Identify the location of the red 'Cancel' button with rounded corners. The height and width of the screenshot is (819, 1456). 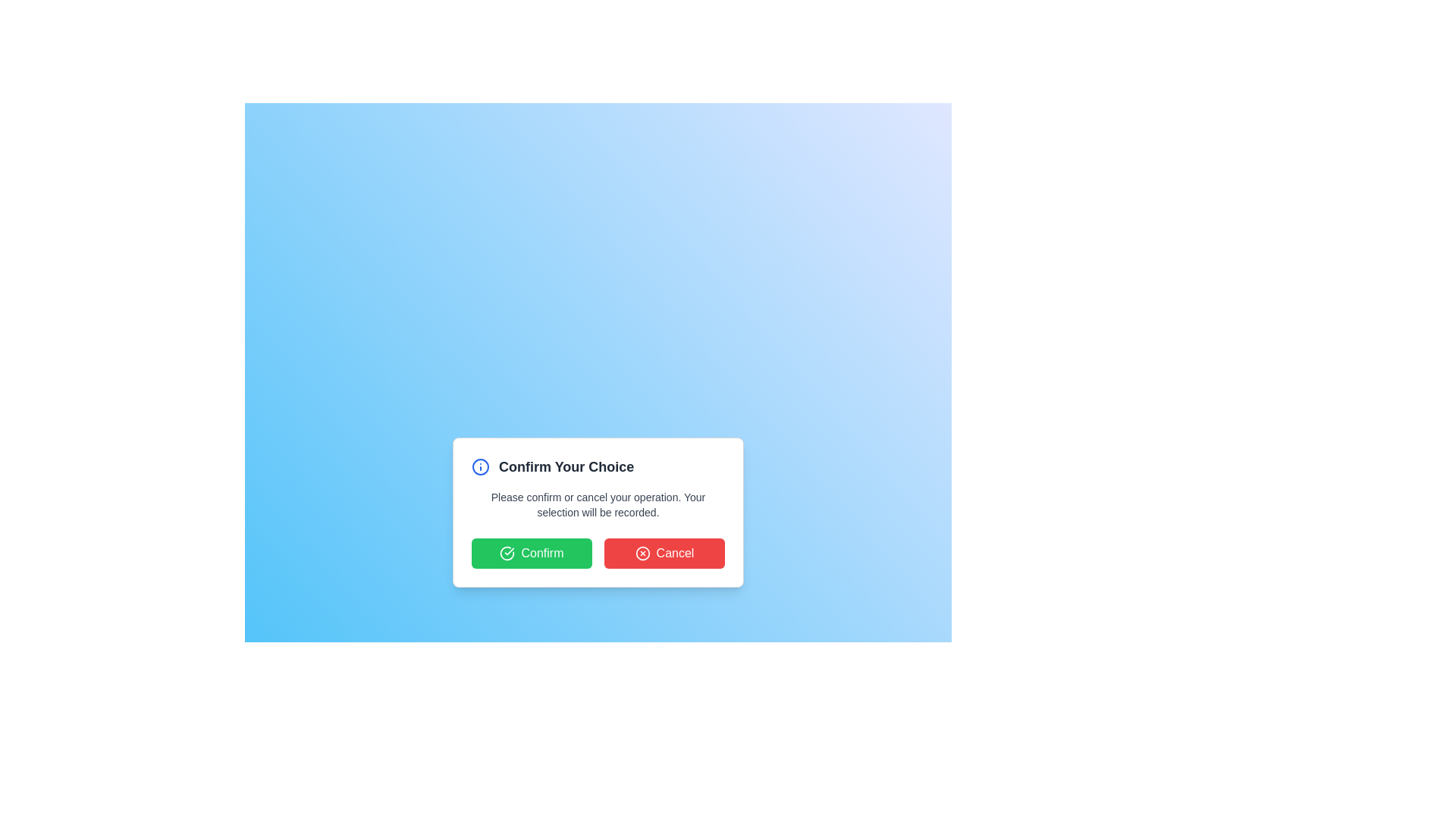
(664, 553).